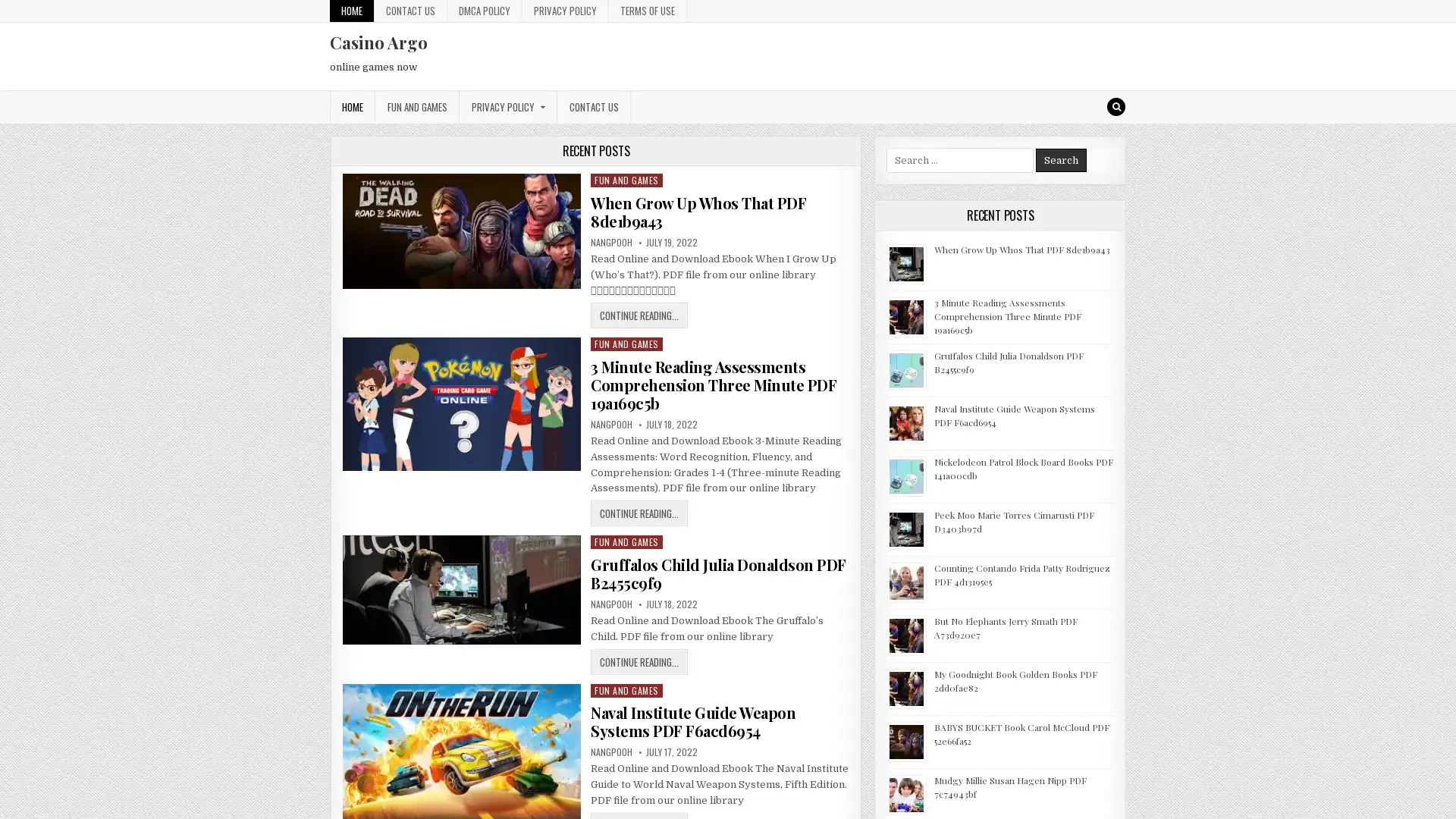 Image resolution: width=1456 pixels, height=819 pixels. Describe the element at coordinates (1060, 160) in the screenshot. I see `Search` at that location.